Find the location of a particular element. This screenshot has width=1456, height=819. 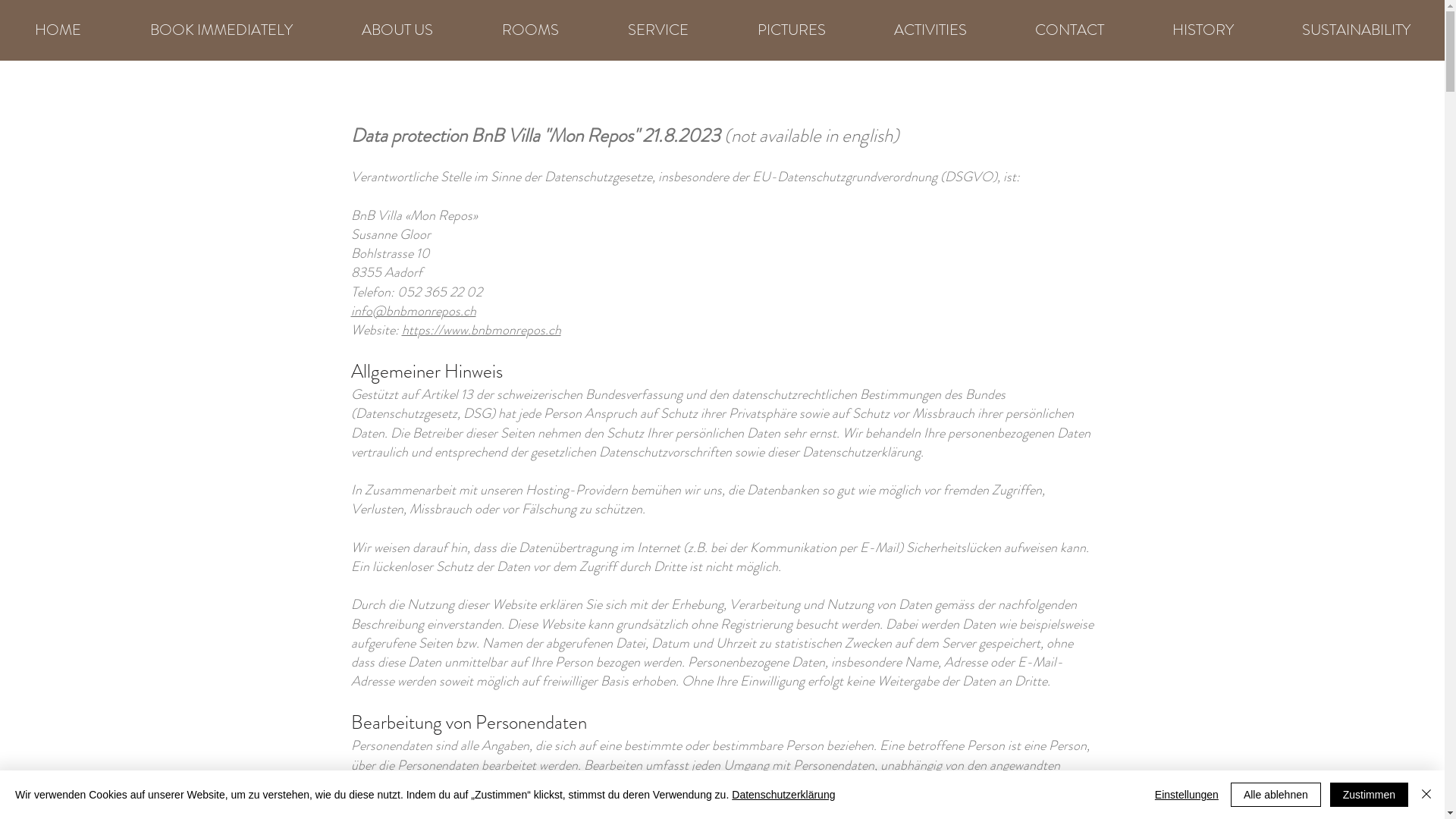

'info@bnbmonrepos.ch' is located at coordinates (413, 309).